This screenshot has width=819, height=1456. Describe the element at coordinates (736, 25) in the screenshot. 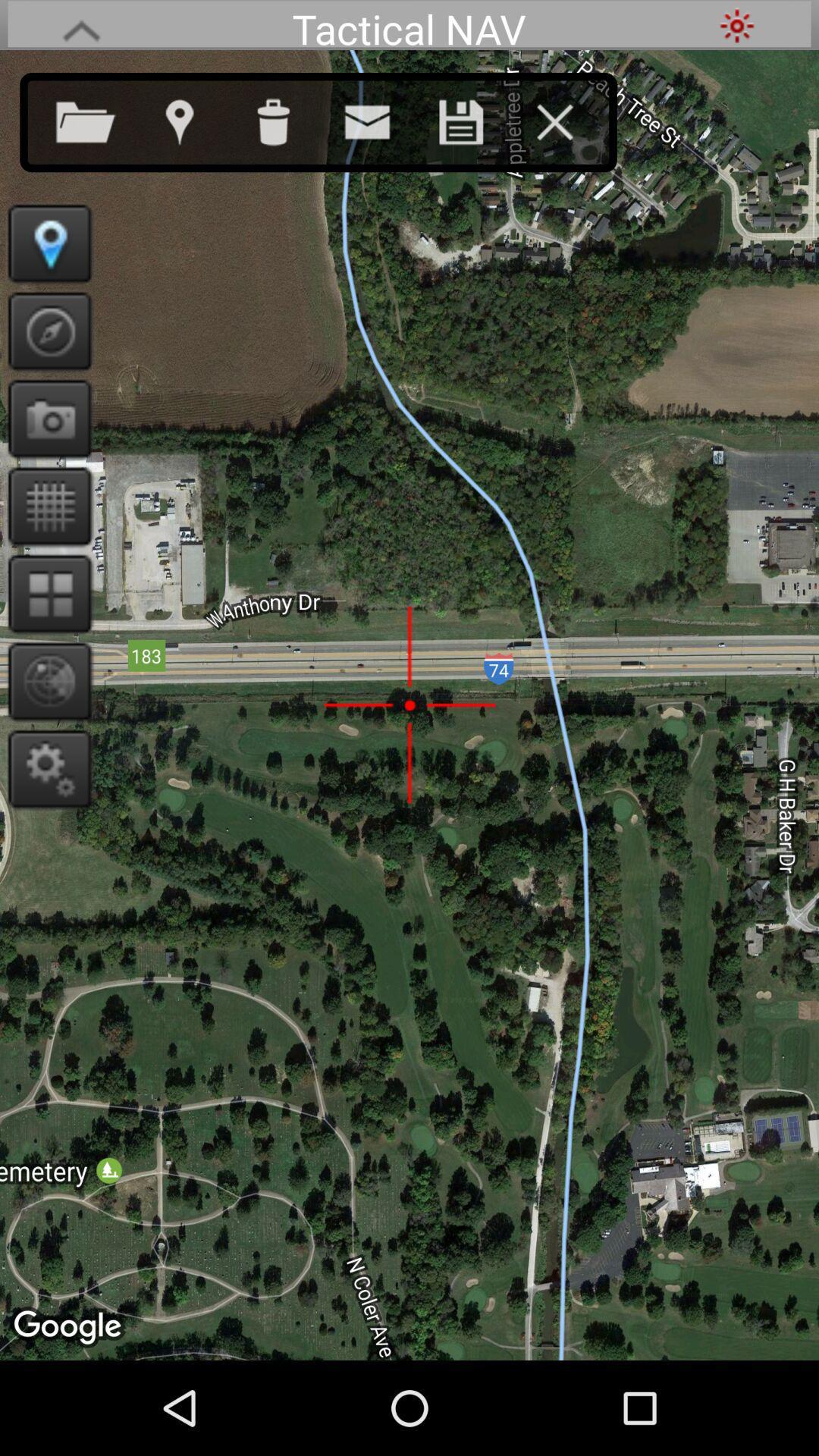

I see `app next to tactical nav app` at that location.